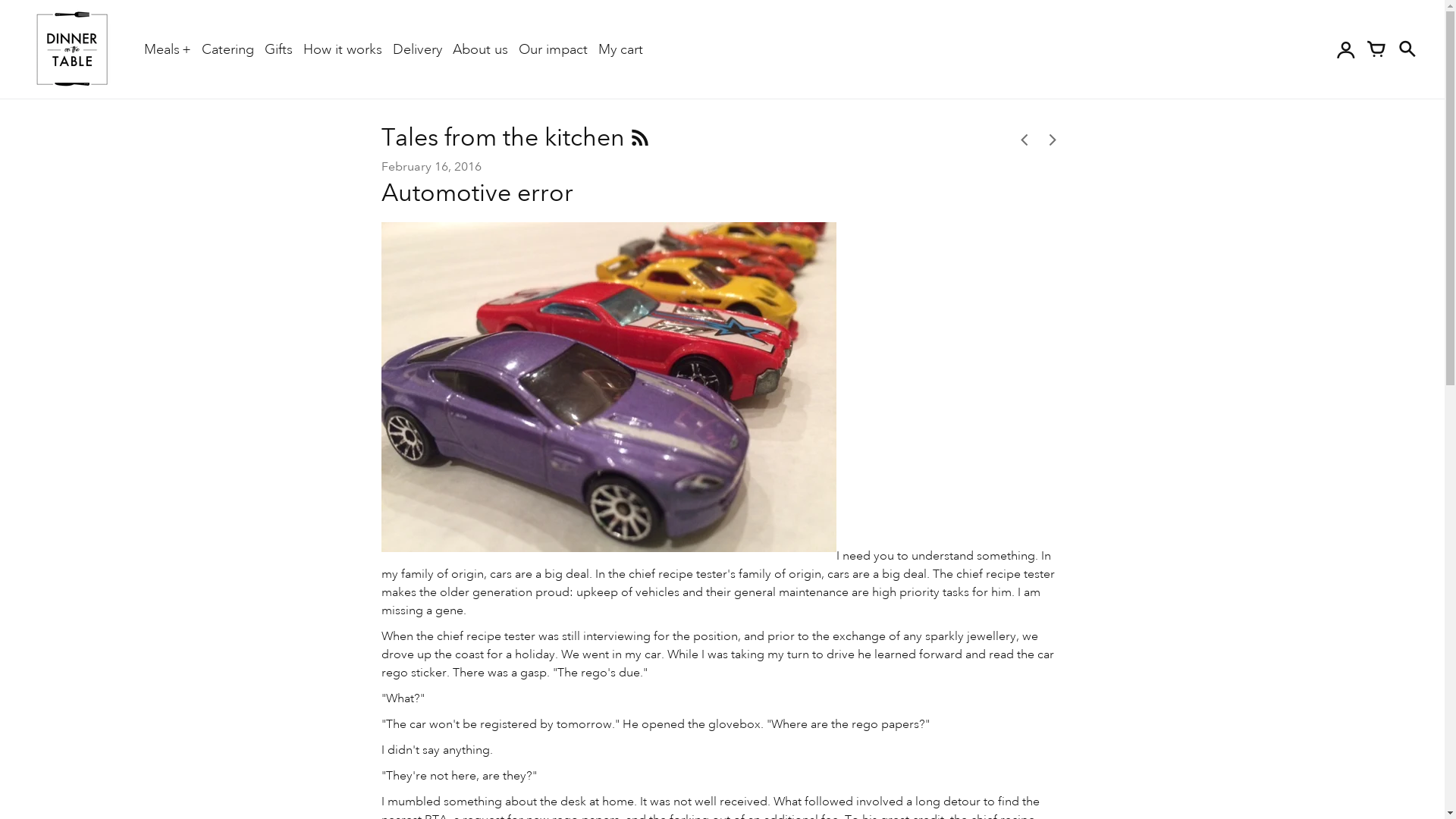  What do you see at coordinates (552, 48) in the screenshot?
I see `'Our impact'` at bounding box center [552, 48].